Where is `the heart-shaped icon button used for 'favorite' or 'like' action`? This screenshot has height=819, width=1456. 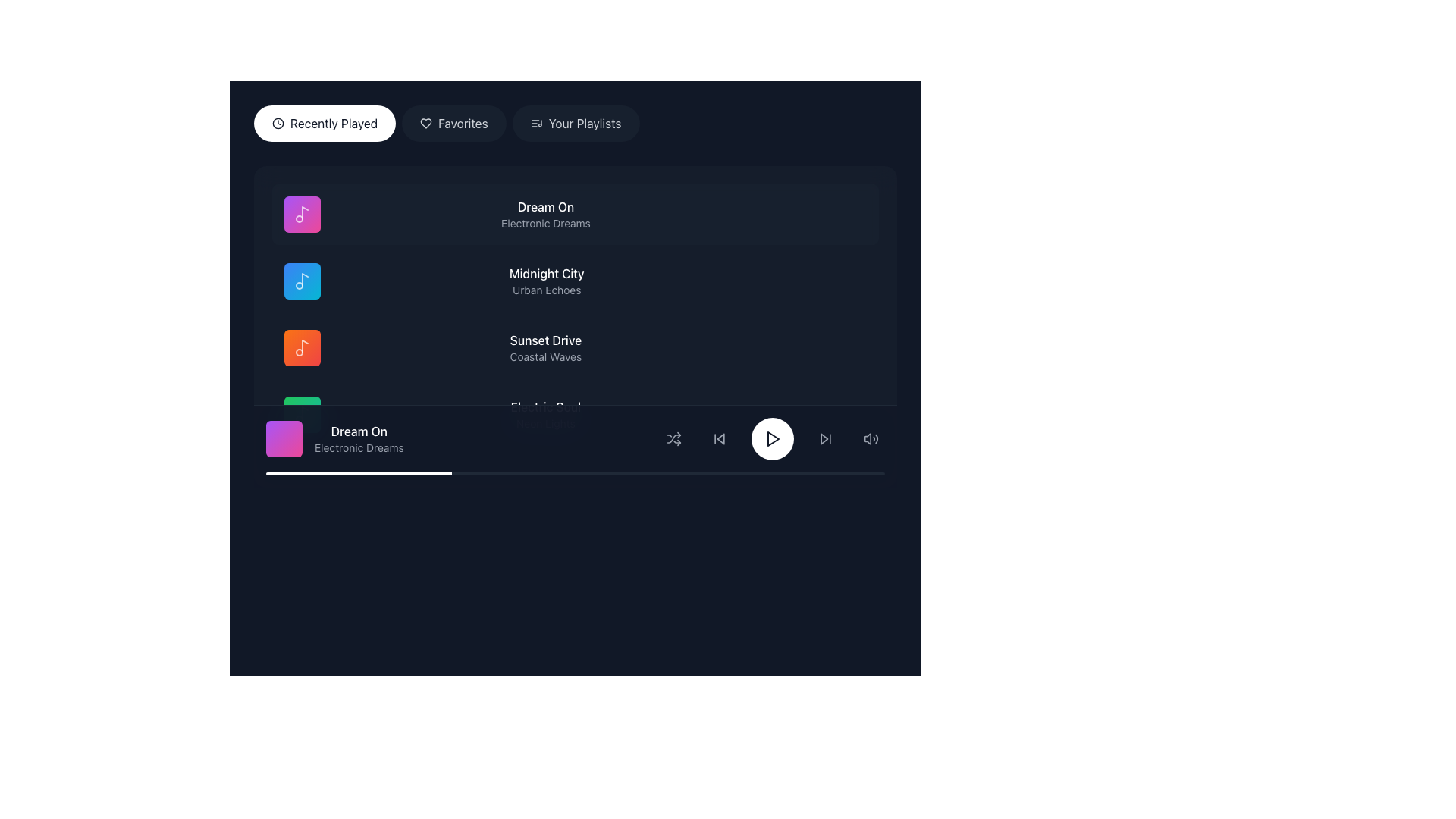
the heart-shaped icon button used for 'favorite' or 'like' action is located at coordinates (783, 415).